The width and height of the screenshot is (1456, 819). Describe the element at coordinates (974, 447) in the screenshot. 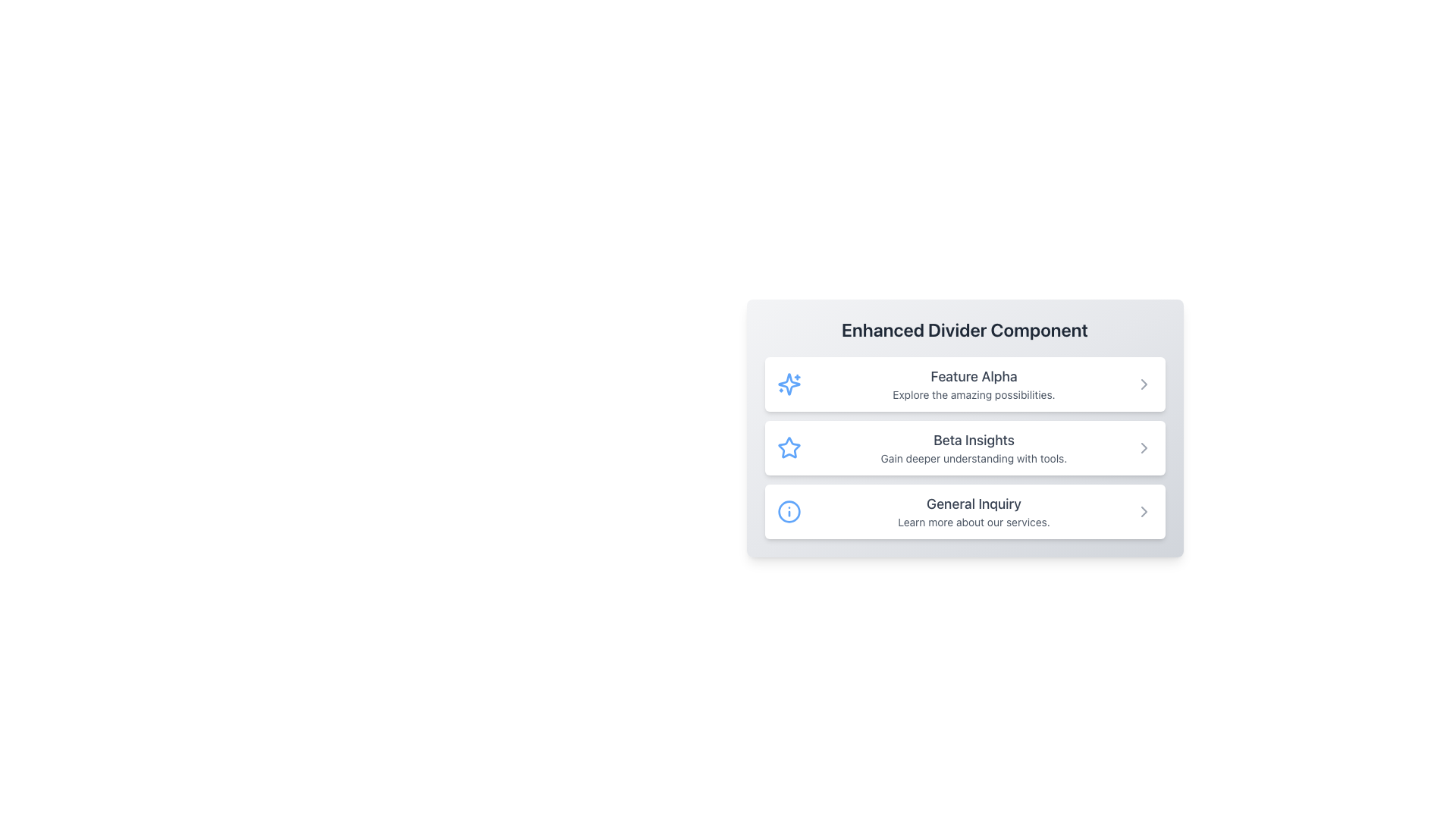

I see `the Text block element that contains 'Beta Insights' and 'Gain deeper understanding with tools.'` at that location.